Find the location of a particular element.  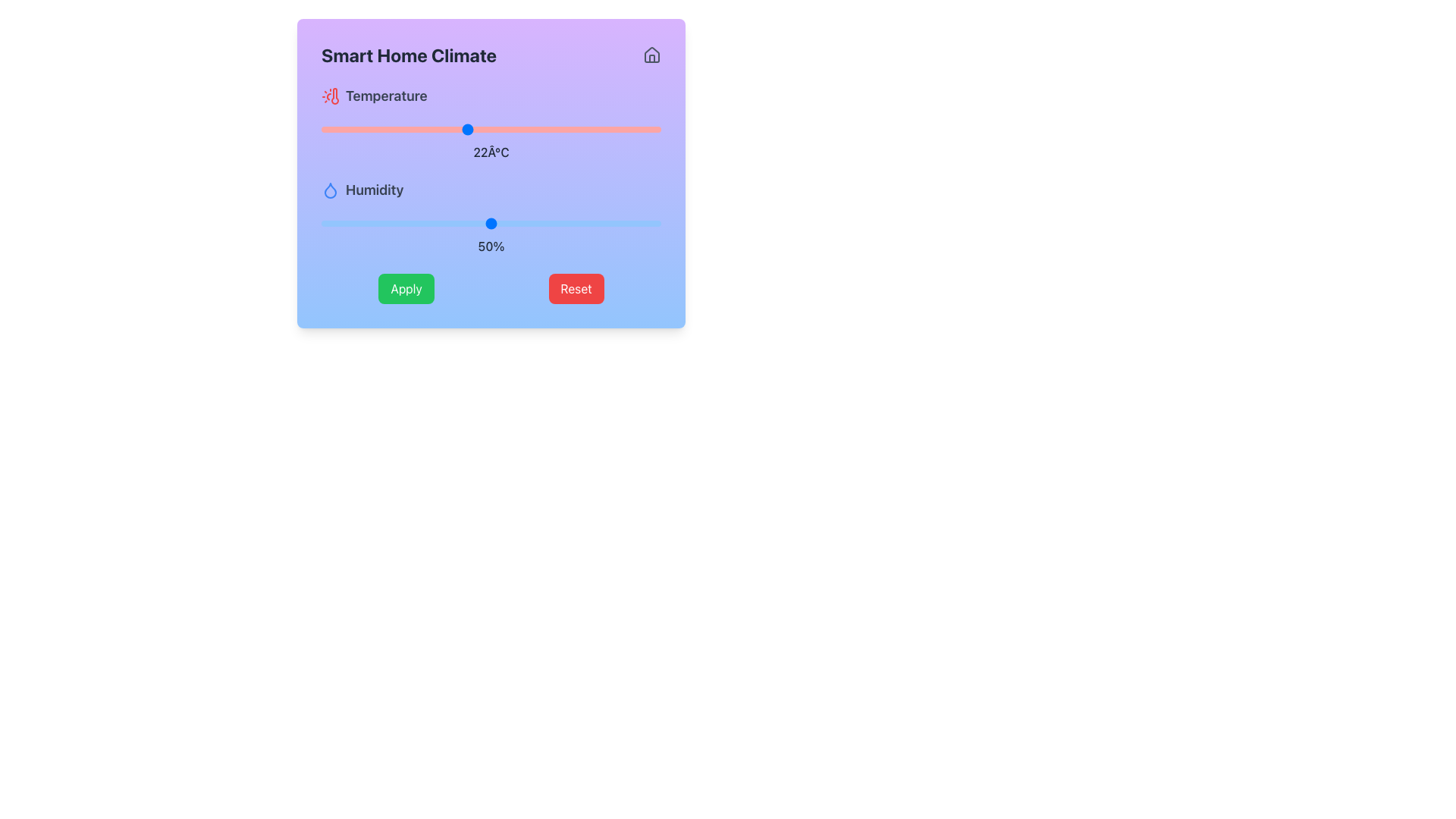

the blue water droplet icon located to the left of the 'Humidity' text label, positioned in the middle section of a rectangular card layout is located at coordinates (330, 189).